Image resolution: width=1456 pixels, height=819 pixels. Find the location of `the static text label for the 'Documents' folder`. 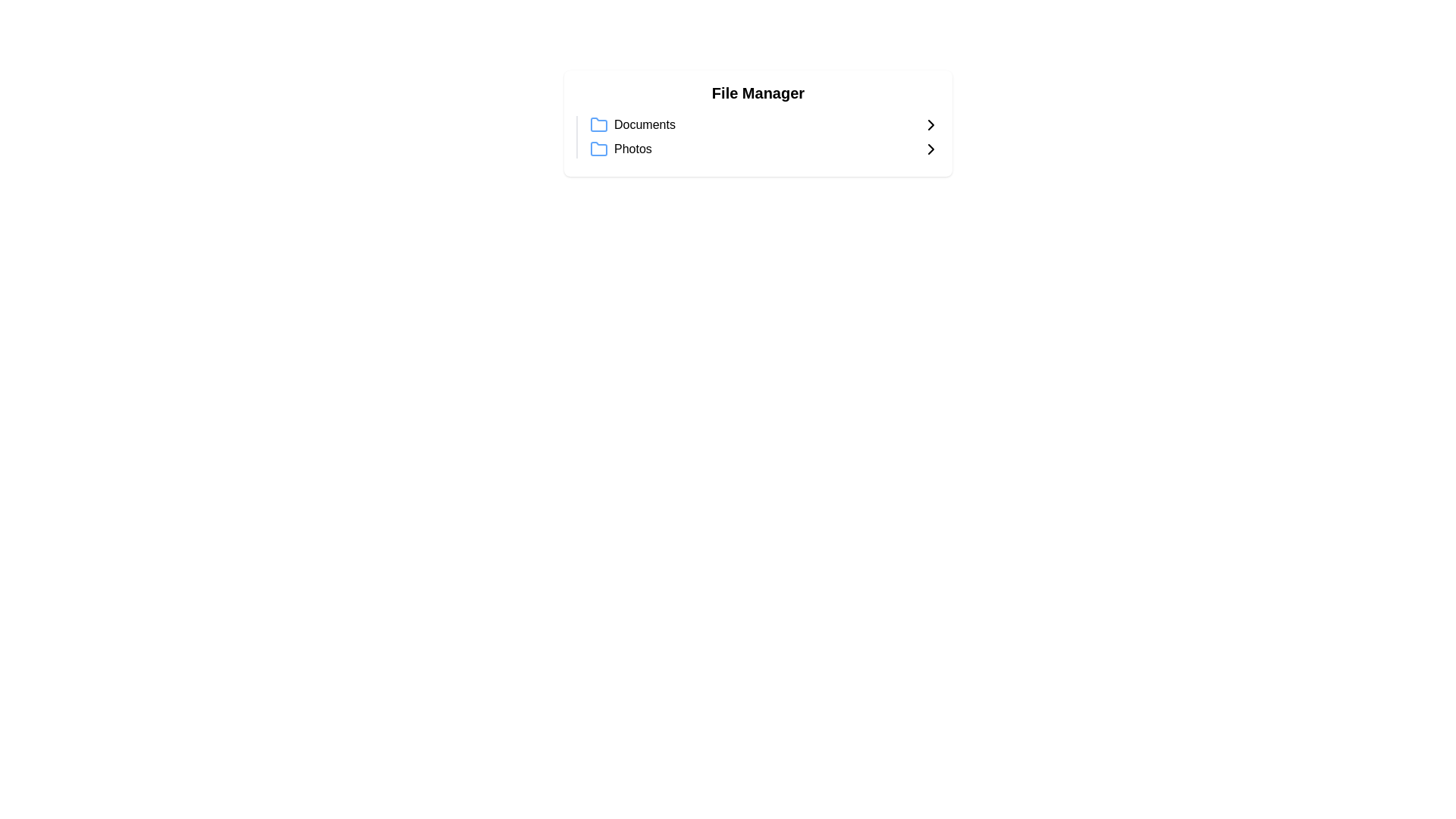

the static text label for the 'Documents' folder is located at coordinates (645, 124).